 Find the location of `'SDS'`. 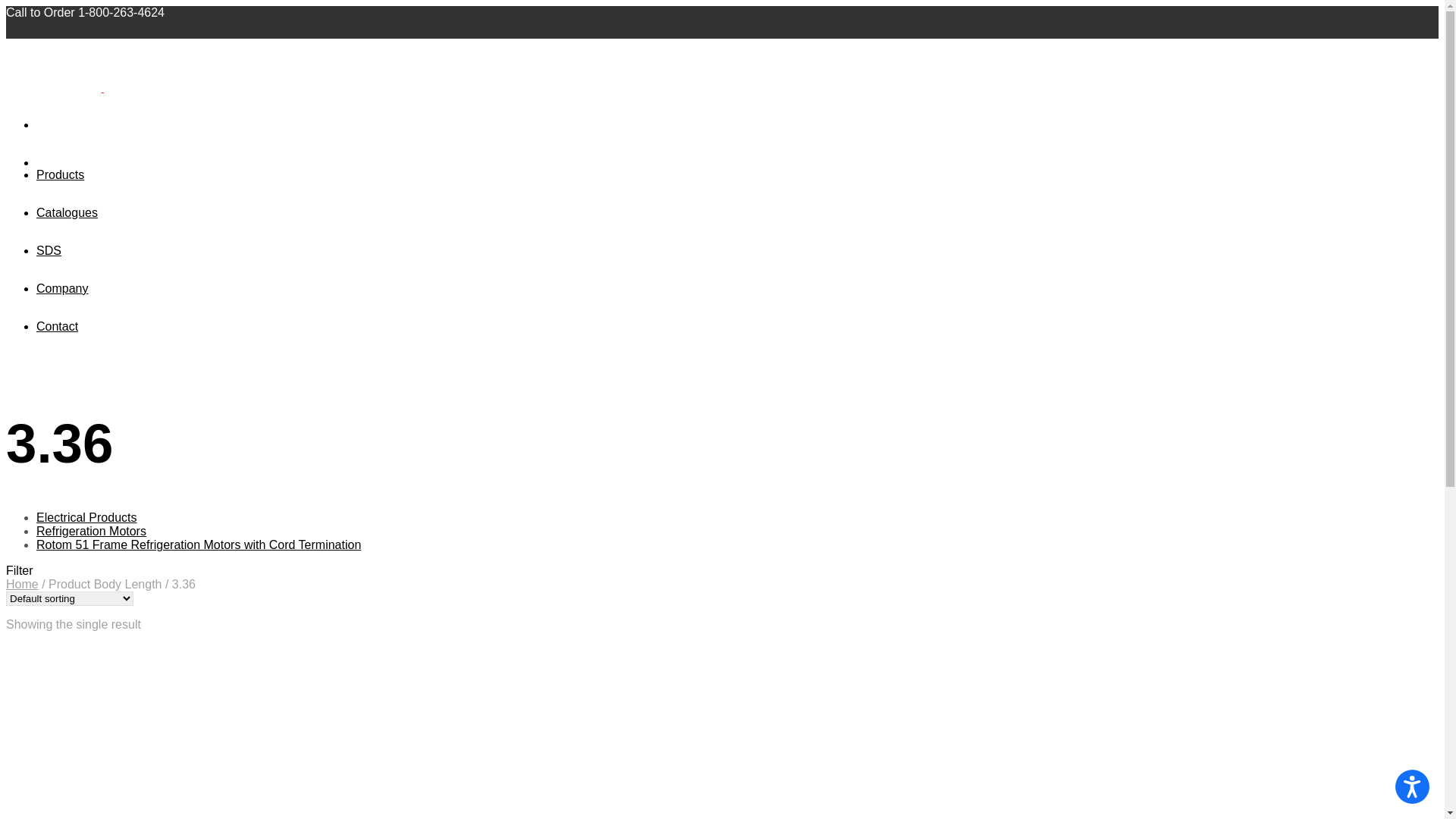

'SDS' is located at coordinates (49, 249).